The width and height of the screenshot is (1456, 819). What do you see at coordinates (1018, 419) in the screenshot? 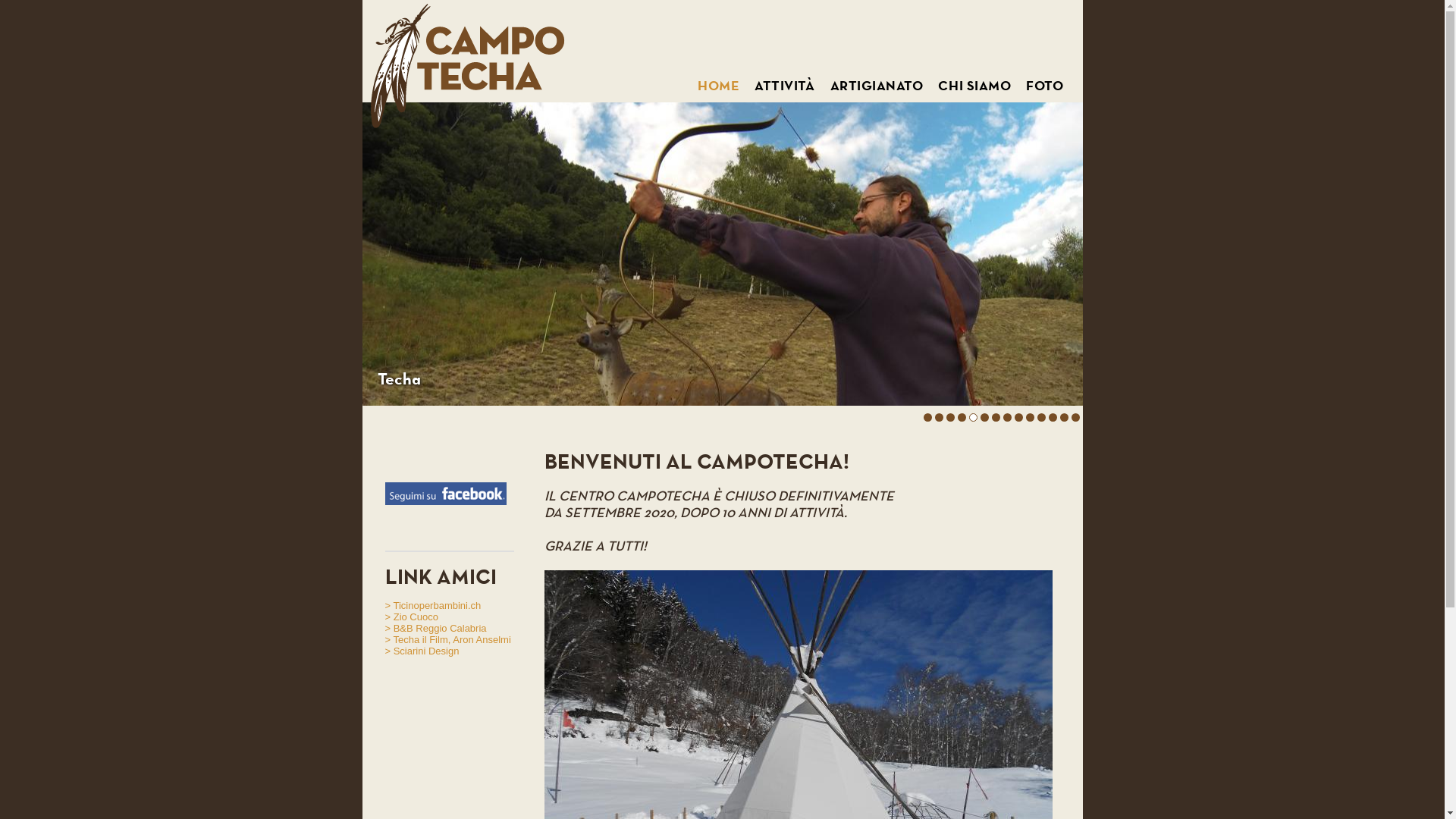
I see `'9'` at bounding box center [1018, 419].